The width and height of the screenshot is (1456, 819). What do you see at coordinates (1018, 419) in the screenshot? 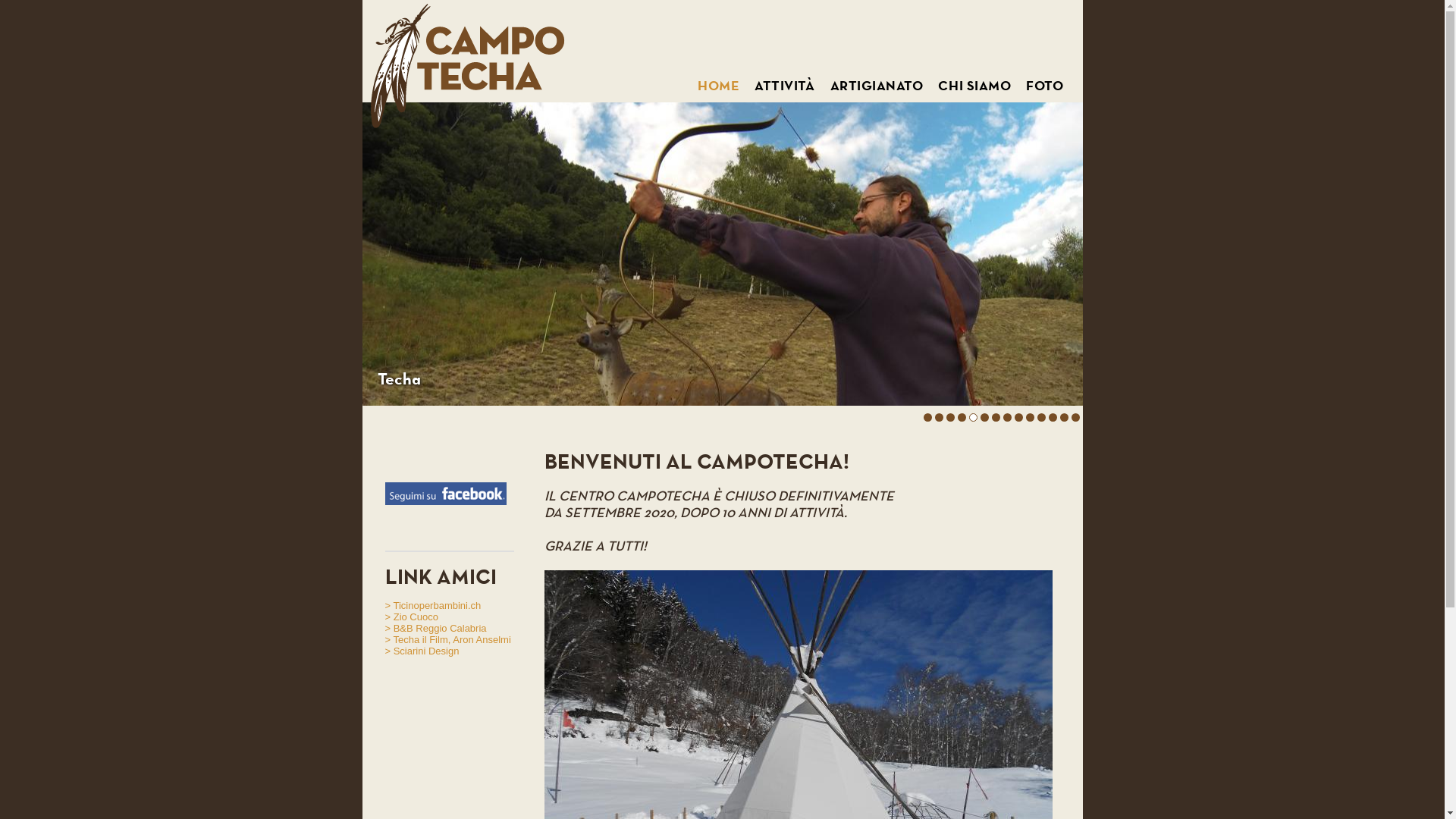
I see `'9'` at bounding box center [1018, 419].